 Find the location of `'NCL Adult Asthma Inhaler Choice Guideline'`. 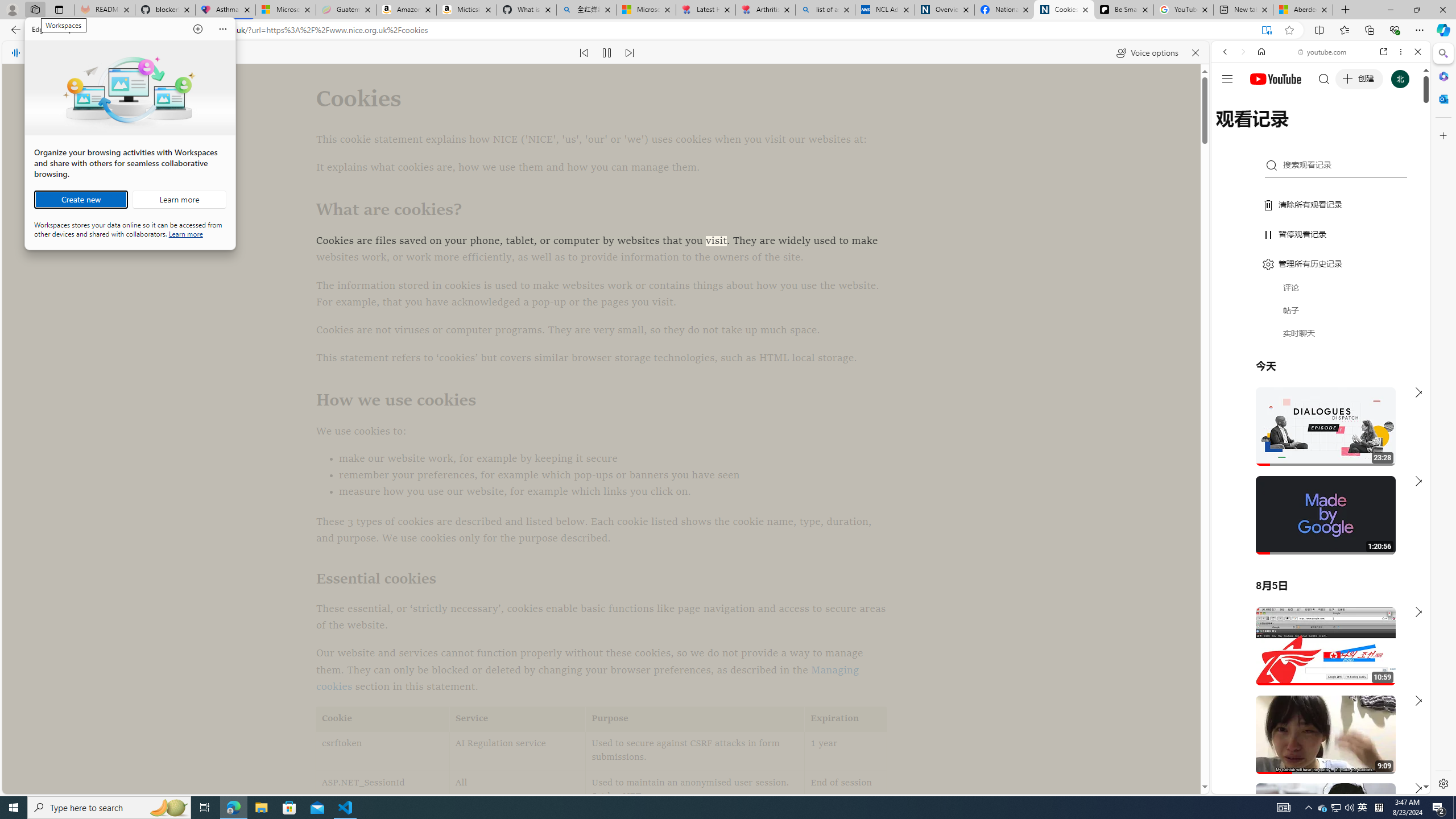

'NCL Adult Asthma Inhaler Choice Guideline' is located at coordinates (885, 9).